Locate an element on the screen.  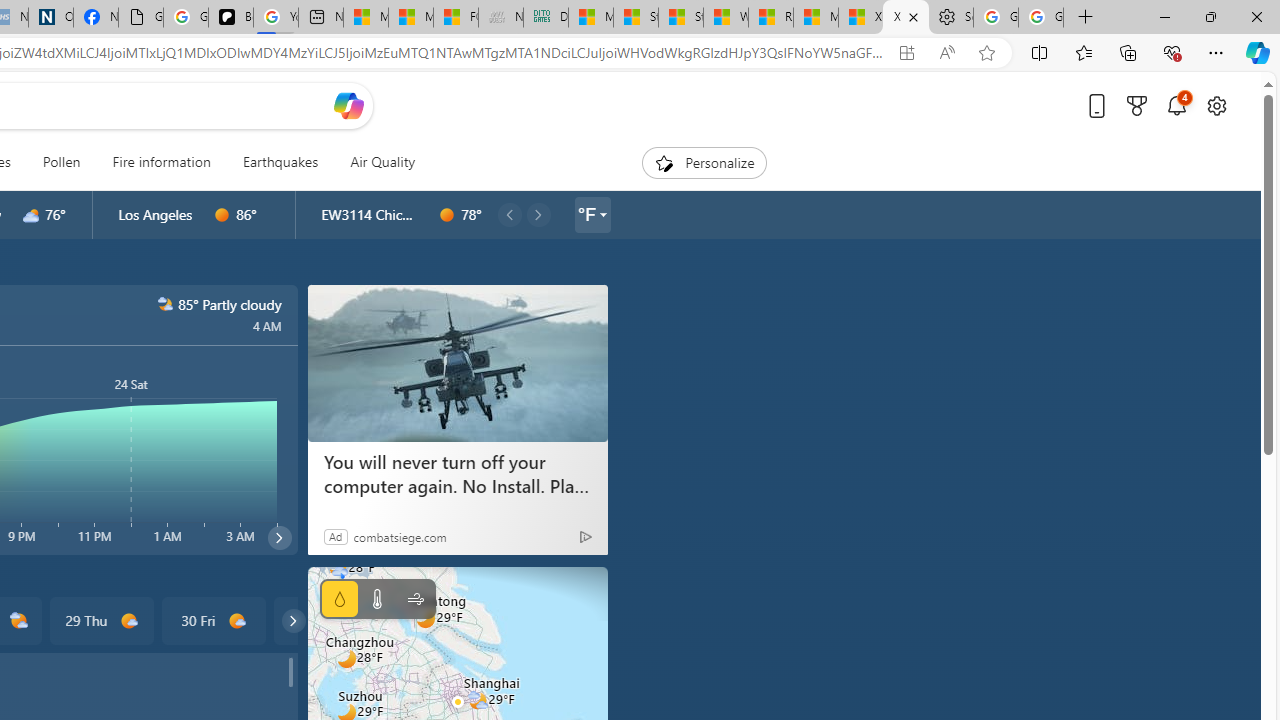
'Earthquakes' is located at coordinates (279, 162).